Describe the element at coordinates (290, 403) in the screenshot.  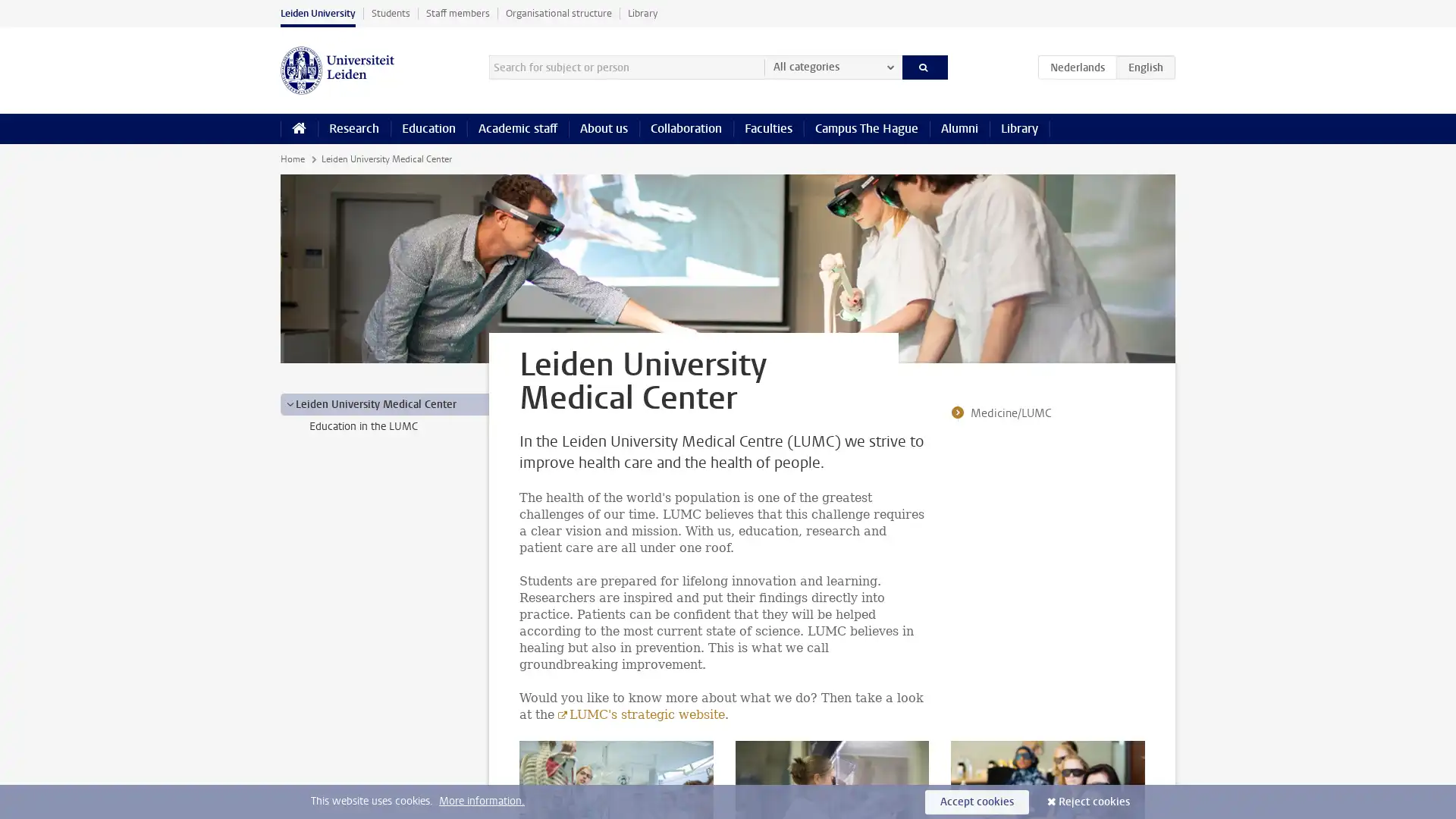
I see `>` at that location.